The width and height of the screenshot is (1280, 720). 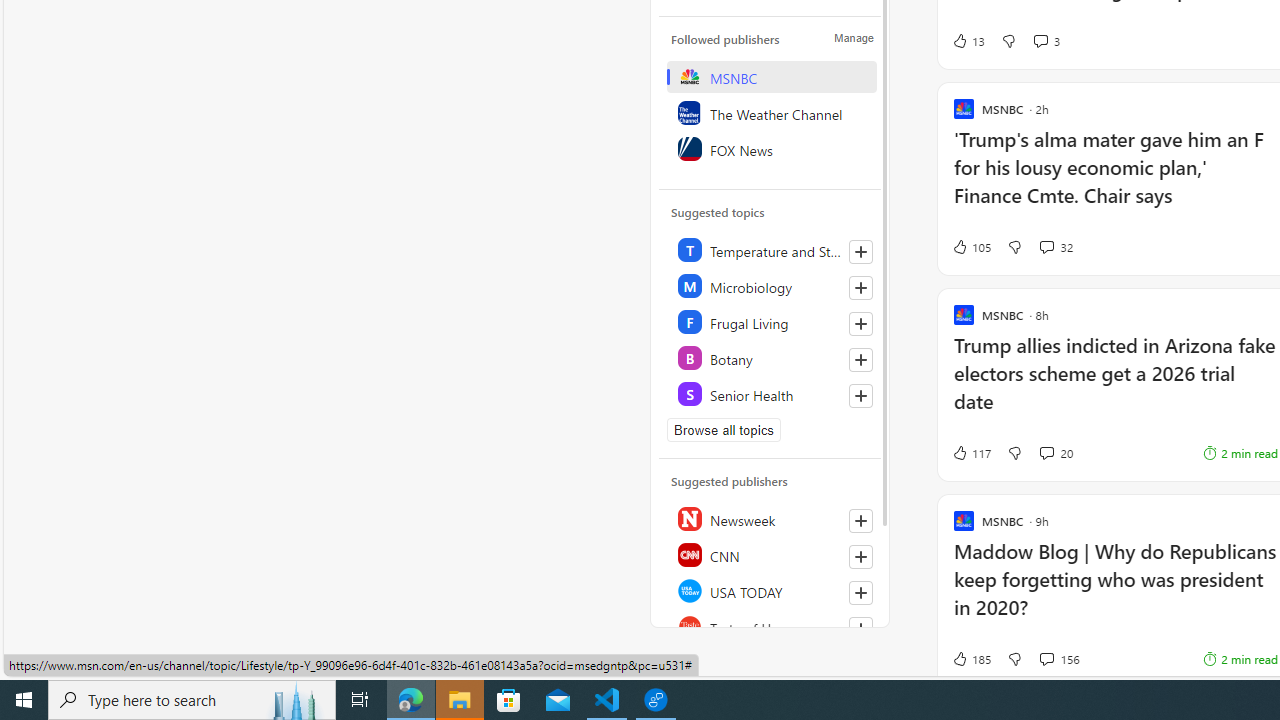 I want to click on 'View comments 20 Comment', so click(x=1045, y=452).